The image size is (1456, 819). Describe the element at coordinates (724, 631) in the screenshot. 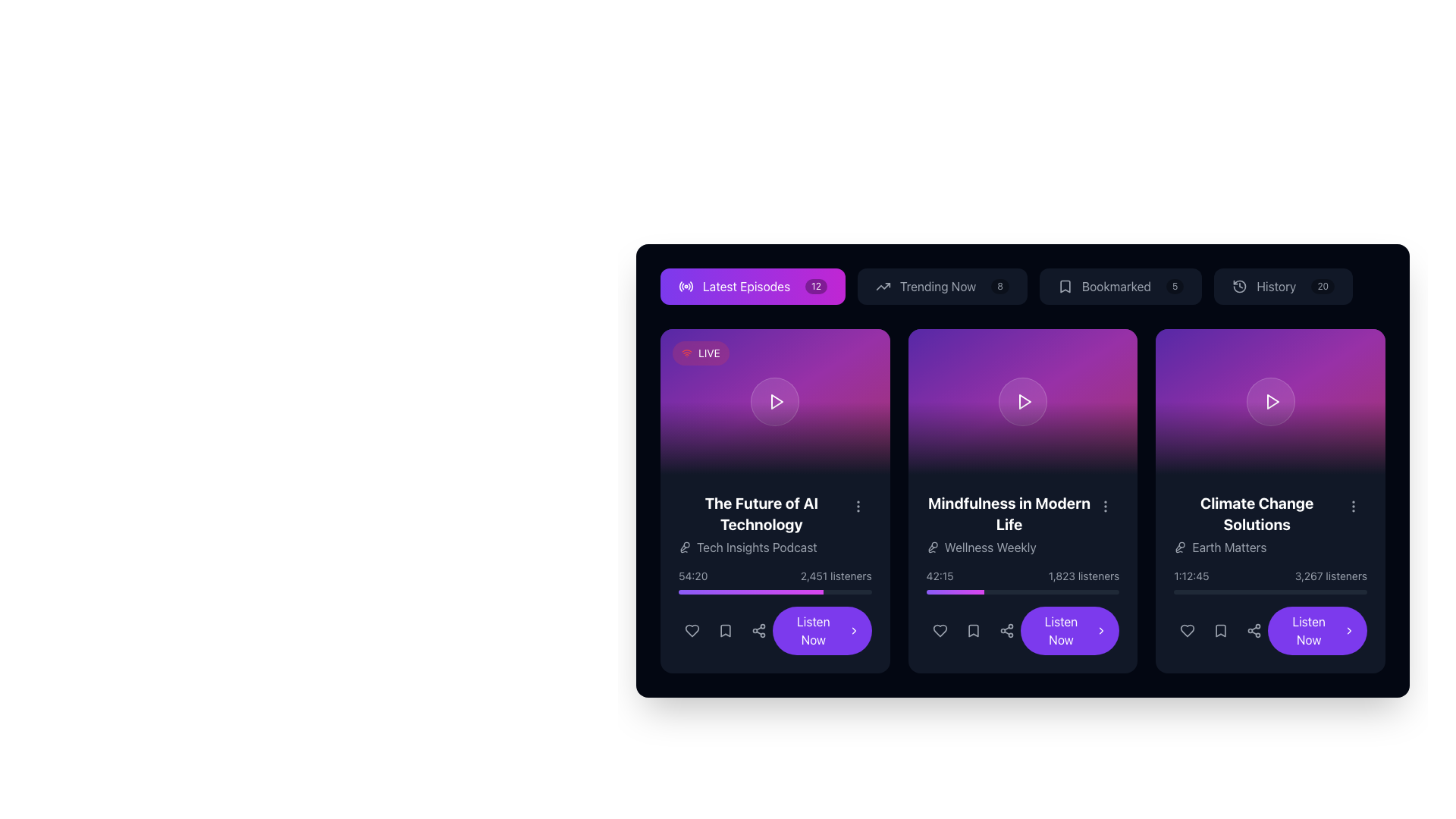

I see `the gray bookmark icon with a modern outline located in the bottom section of the first content card to bookmark the content` at that location.